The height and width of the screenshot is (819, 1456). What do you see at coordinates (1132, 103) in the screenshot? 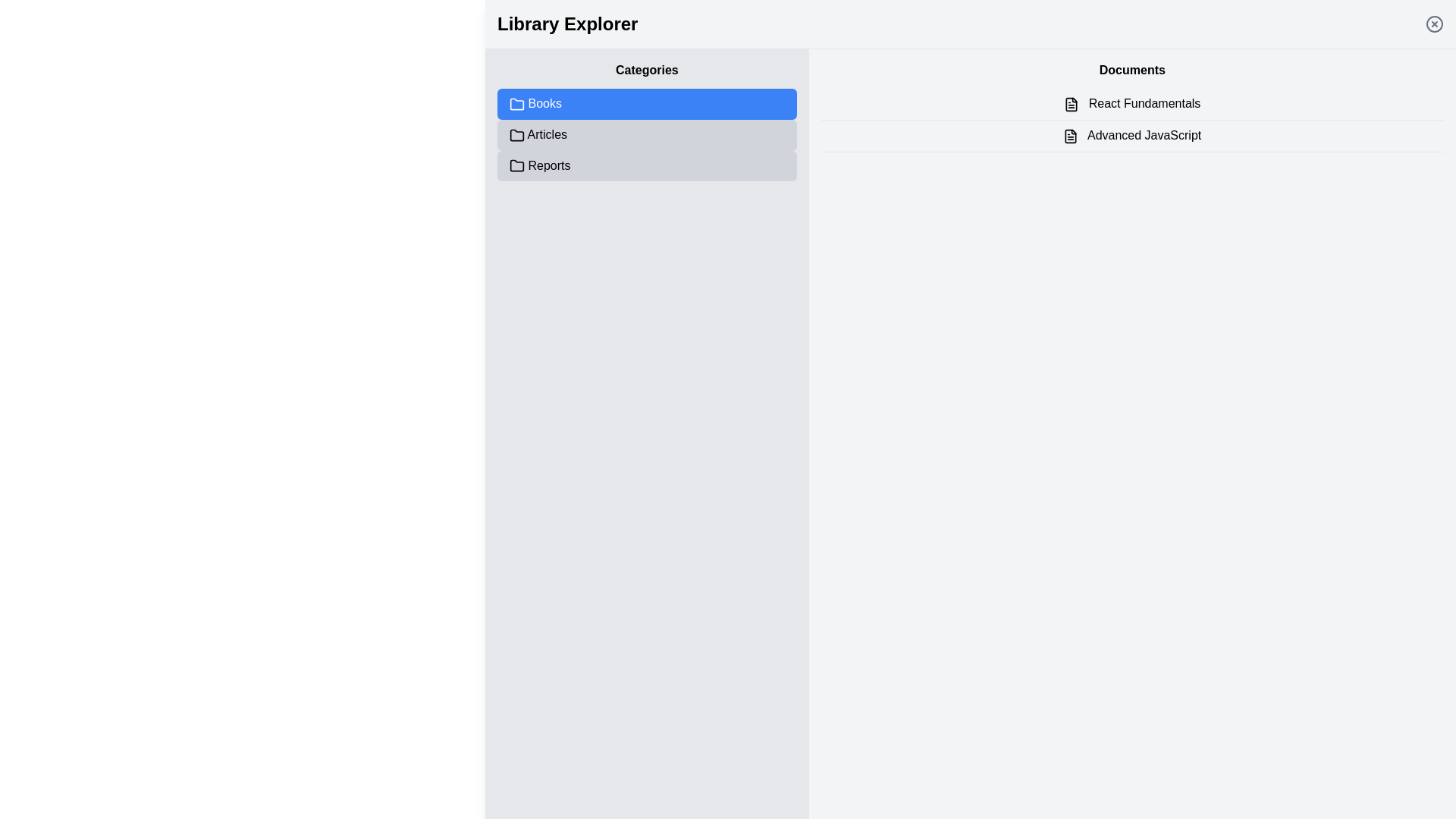
I see `the 'React Fundamentals' text button with an accompanying icon` at bounding box center [1132, 103].